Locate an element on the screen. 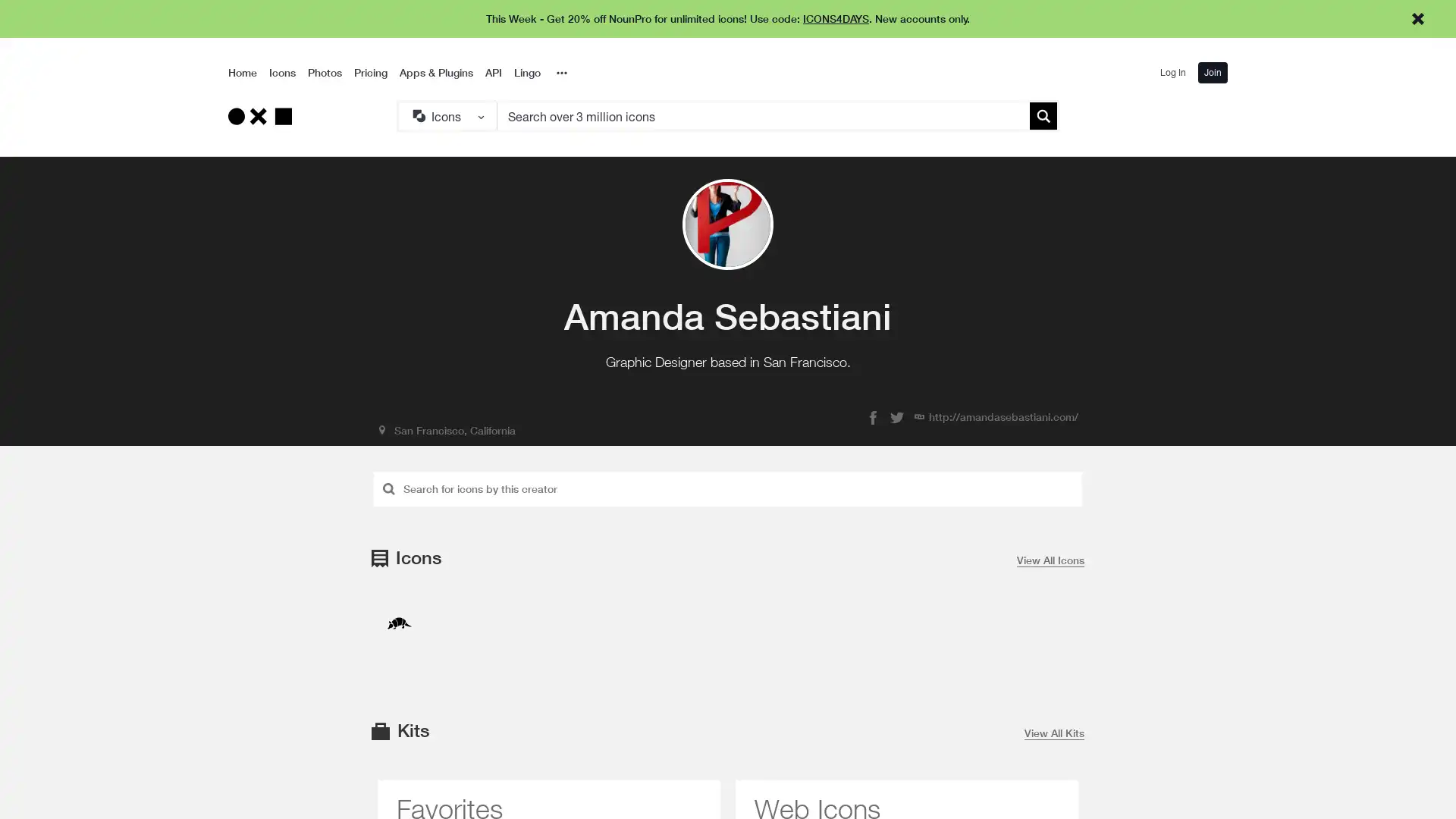 The width and height of the screenshot is (1456, 819). Submit search term is located at coordinates (1041, 115).